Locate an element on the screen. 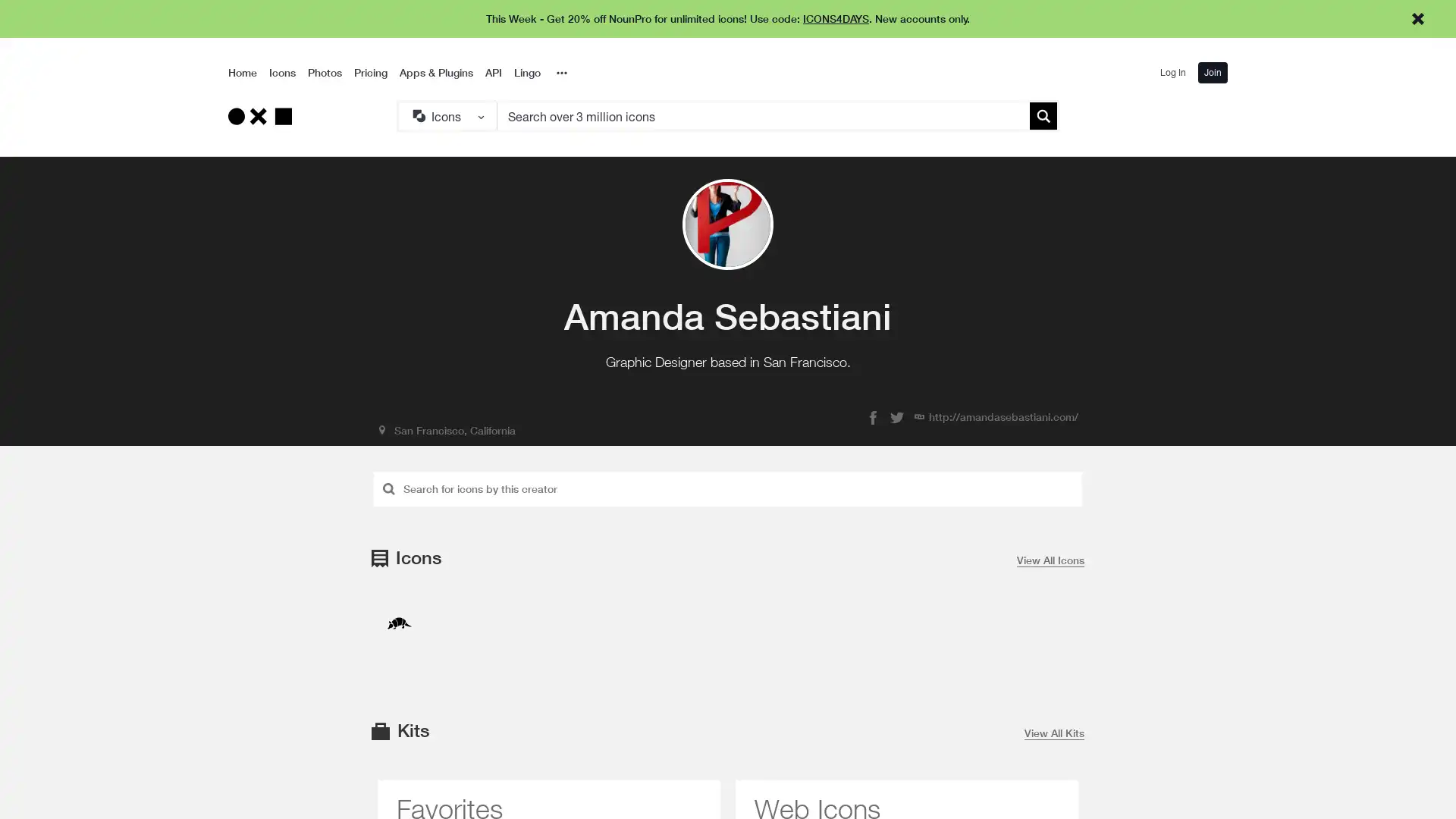 The width and height of the screenshot is (1456, 819). Submit search term is located at coordinates (1041, 115).